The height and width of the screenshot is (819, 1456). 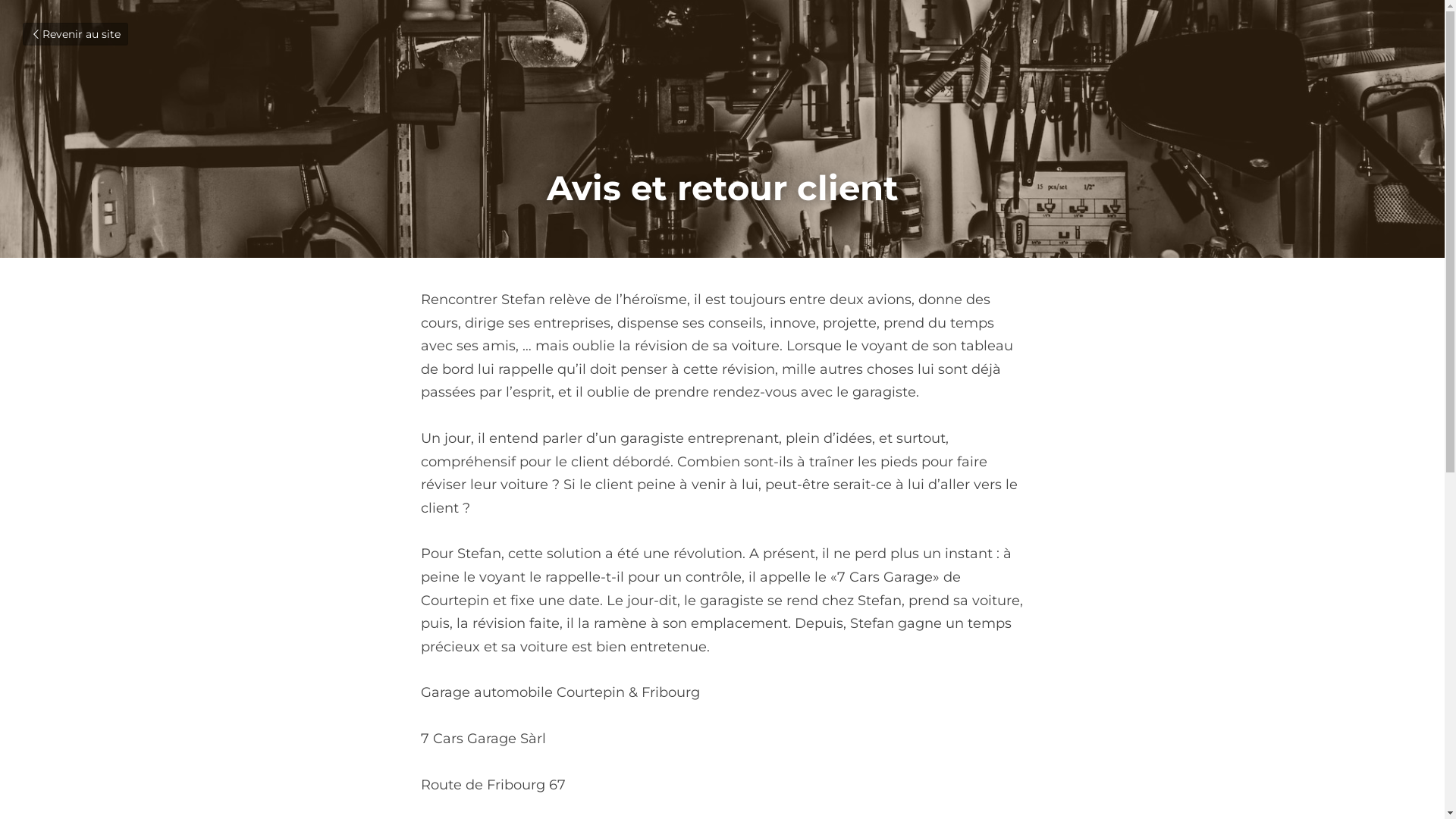 I want to click on 'Revenir au site', so click(x=74, y=34).